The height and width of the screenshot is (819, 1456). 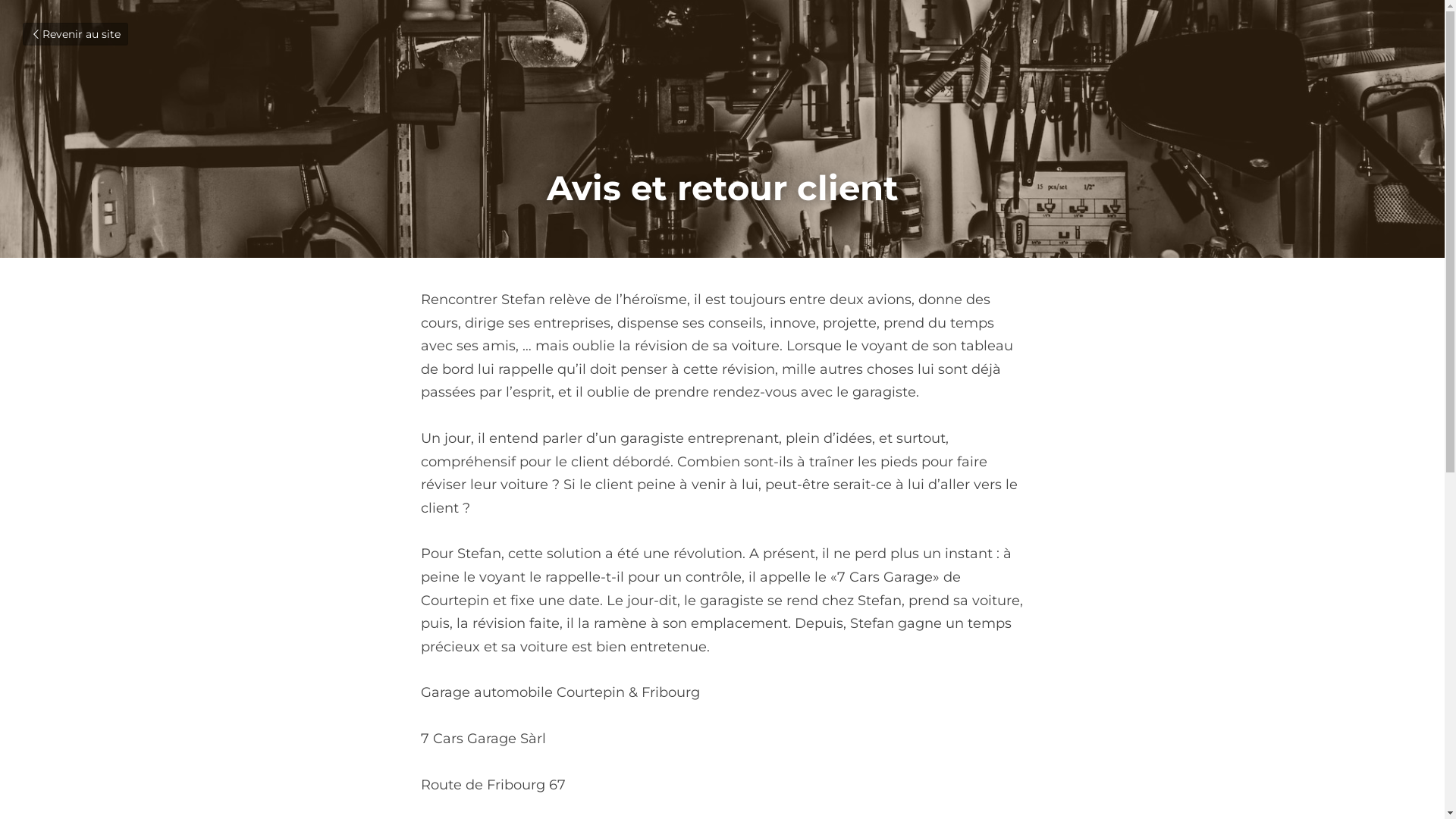 I want to click on 'Revenir au site', so click(x=74, y=34).